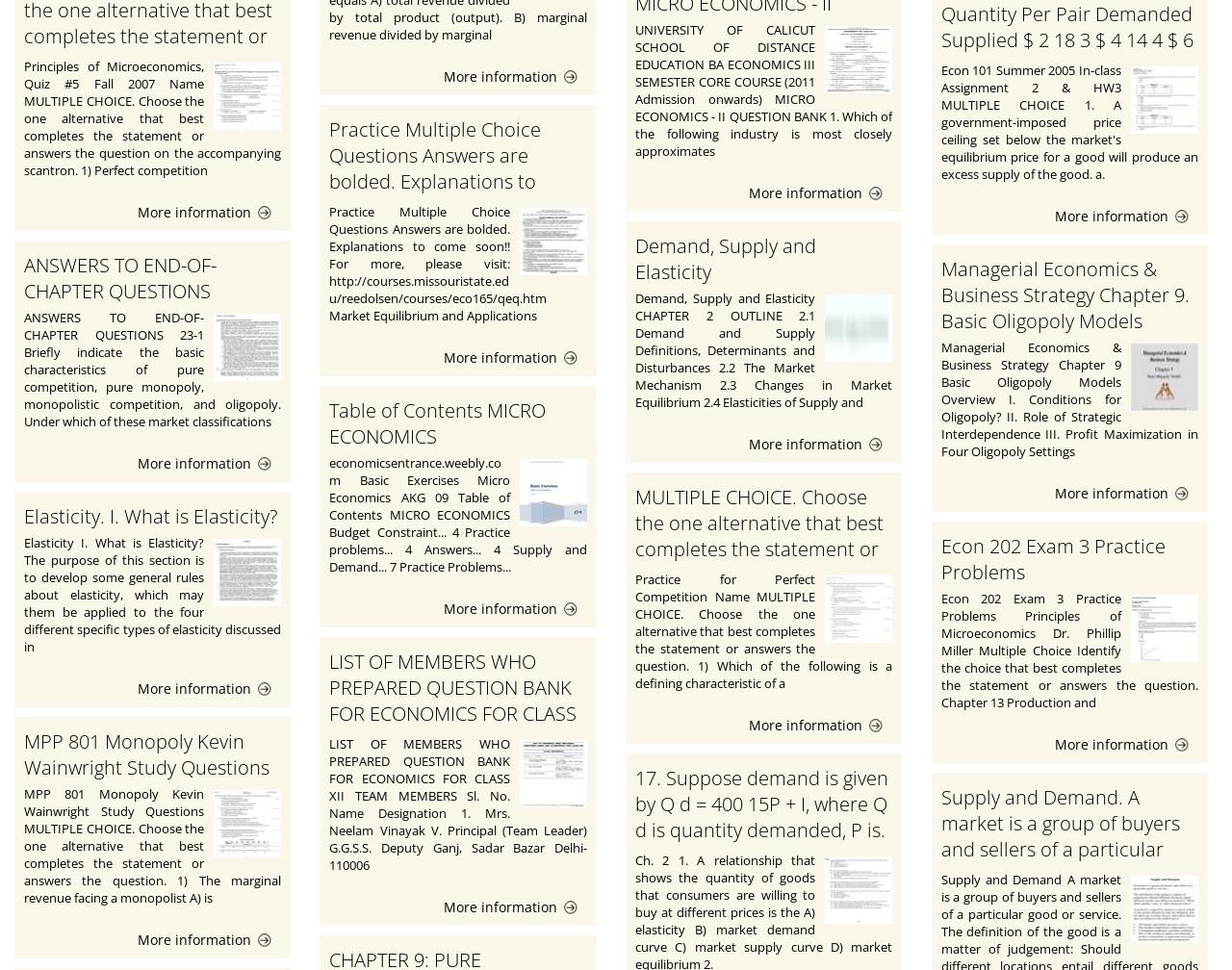 This screenshot has height=970, width=1232. Describe the element at coordinates (151, 595) in the screenshot. I see `'Elasticity I. What is Elasticity? The purpose of this section is to develop some general rules about elasticity, which may them be applied to the four different specific types of elasticity discussed in'` at that location.